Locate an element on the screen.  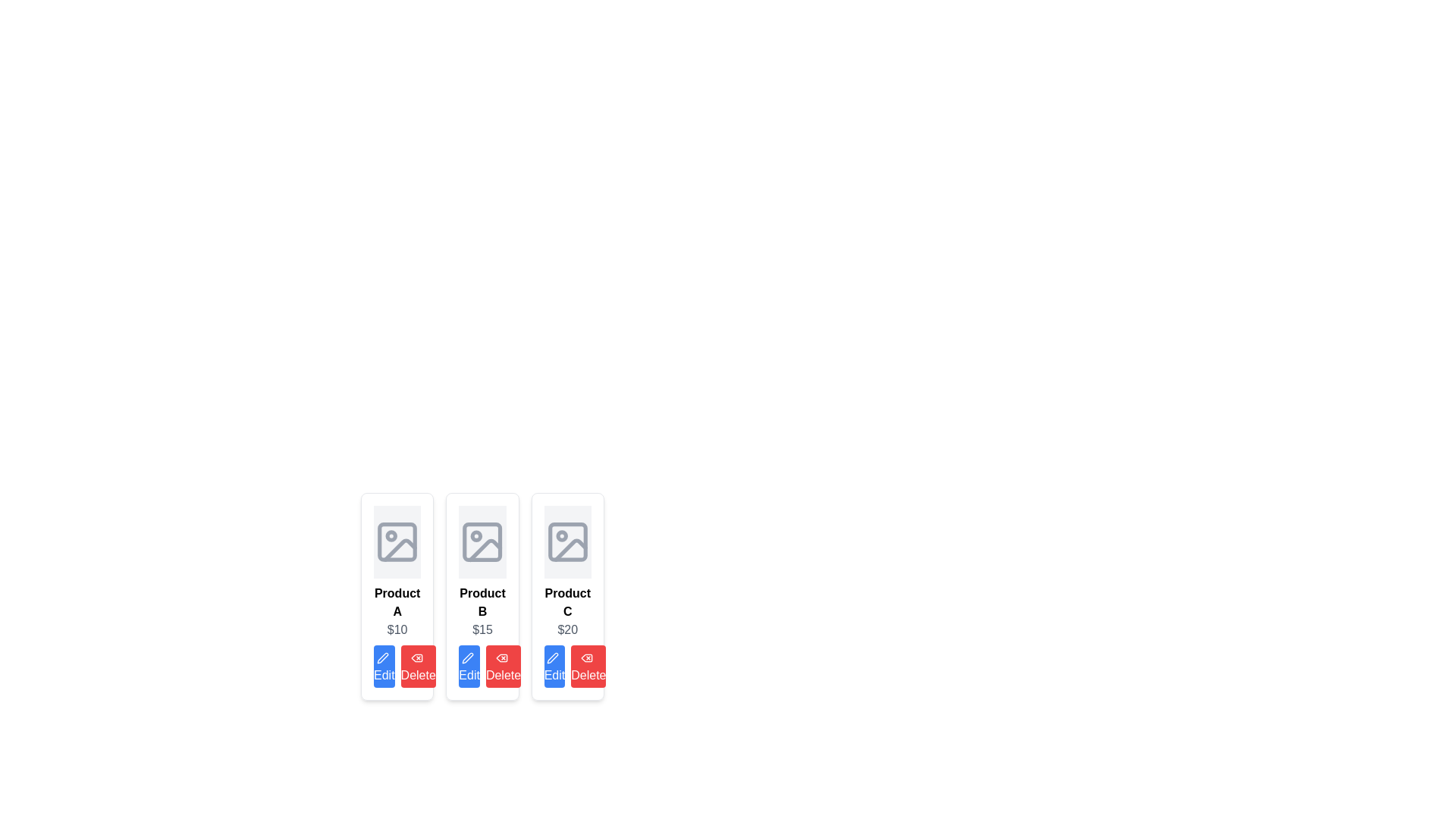
text label 'Product B' prominently displayed in the middle section of the product card, which is located beneath the product image and above the price and action buttons is located at coordinates (482, 601).